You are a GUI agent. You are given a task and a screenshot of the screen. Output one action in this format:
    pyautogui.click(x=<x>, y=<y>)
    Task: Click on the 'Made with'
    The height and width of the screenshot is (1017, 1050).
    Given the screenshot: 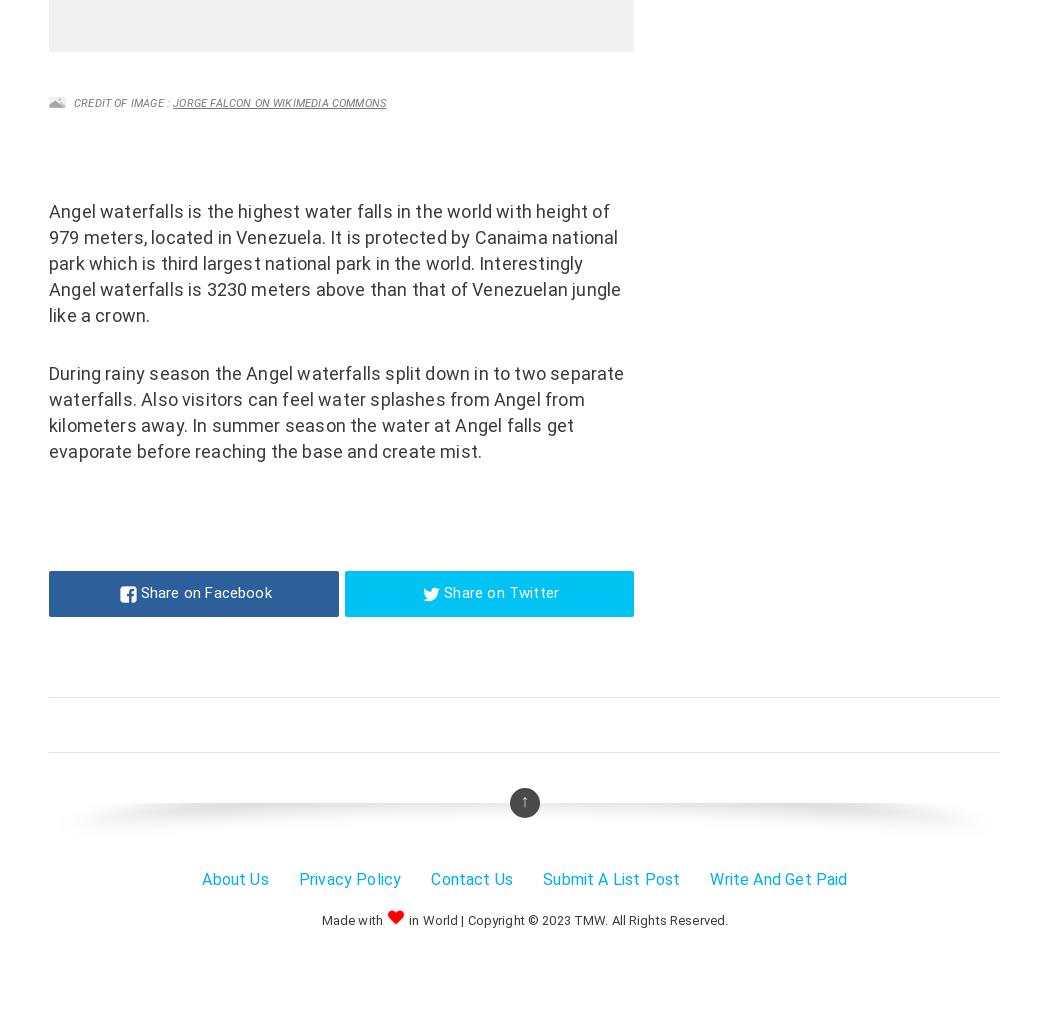 What is the action you would take?
    pyautogui.click(x=320, y=918)
    